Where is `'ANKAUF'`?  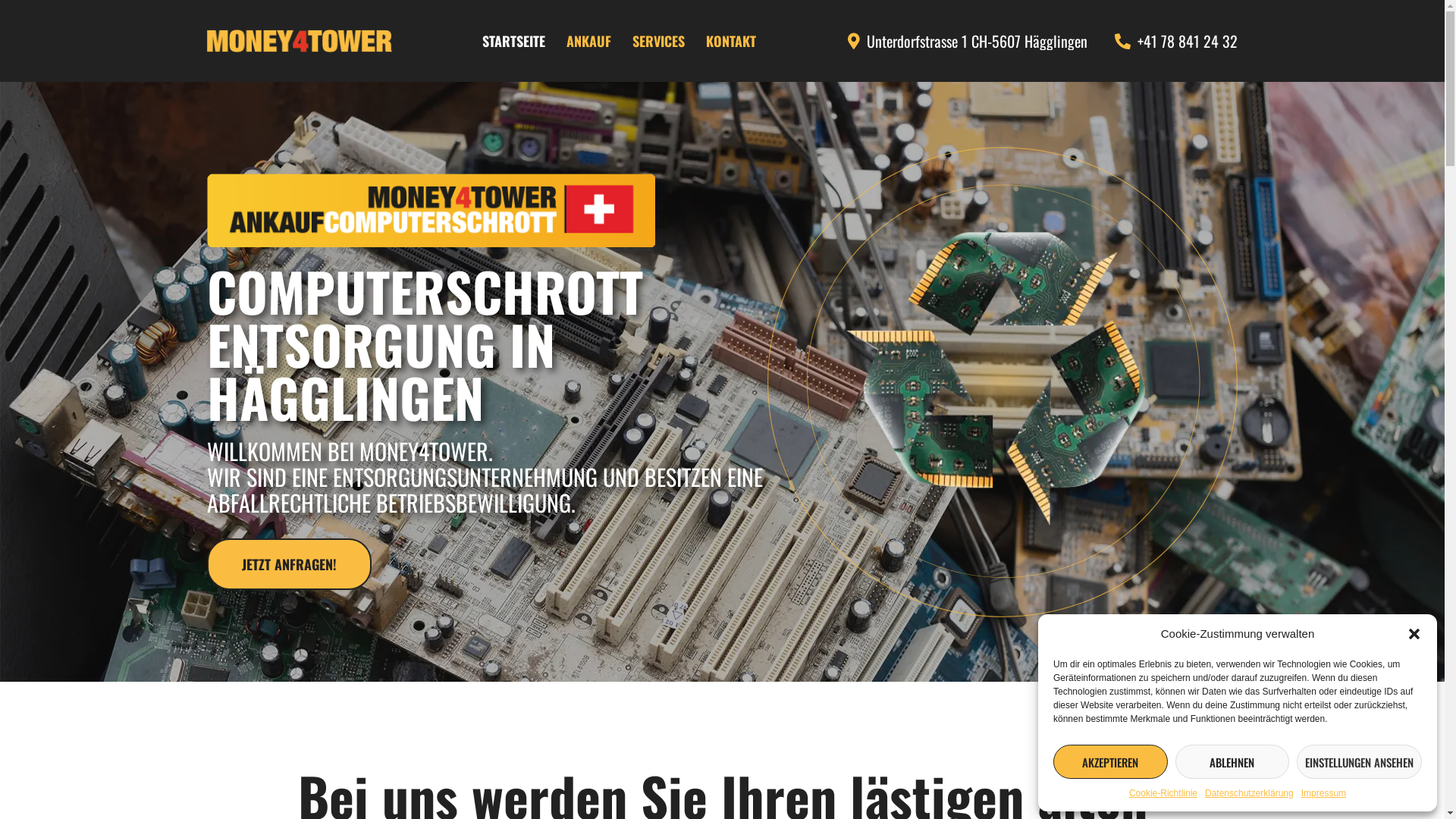
'ANKAUF' is located at coordinates (588, 40).